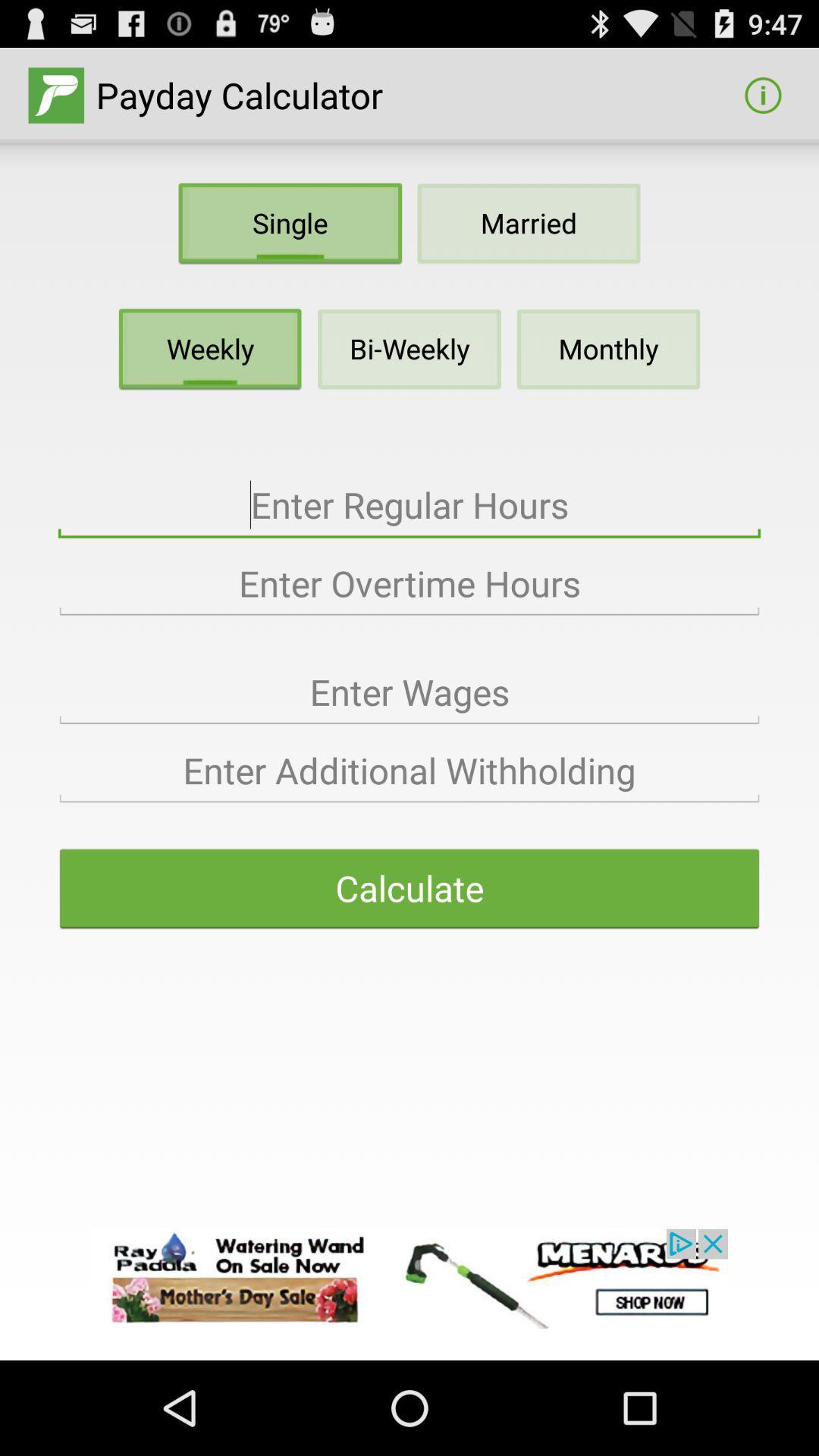 This screenshot has width=819, height=1456. Describe the element at coordinates (763, 94) in the screenshot. I see `the info button which is at top right corner of the page` at that location.